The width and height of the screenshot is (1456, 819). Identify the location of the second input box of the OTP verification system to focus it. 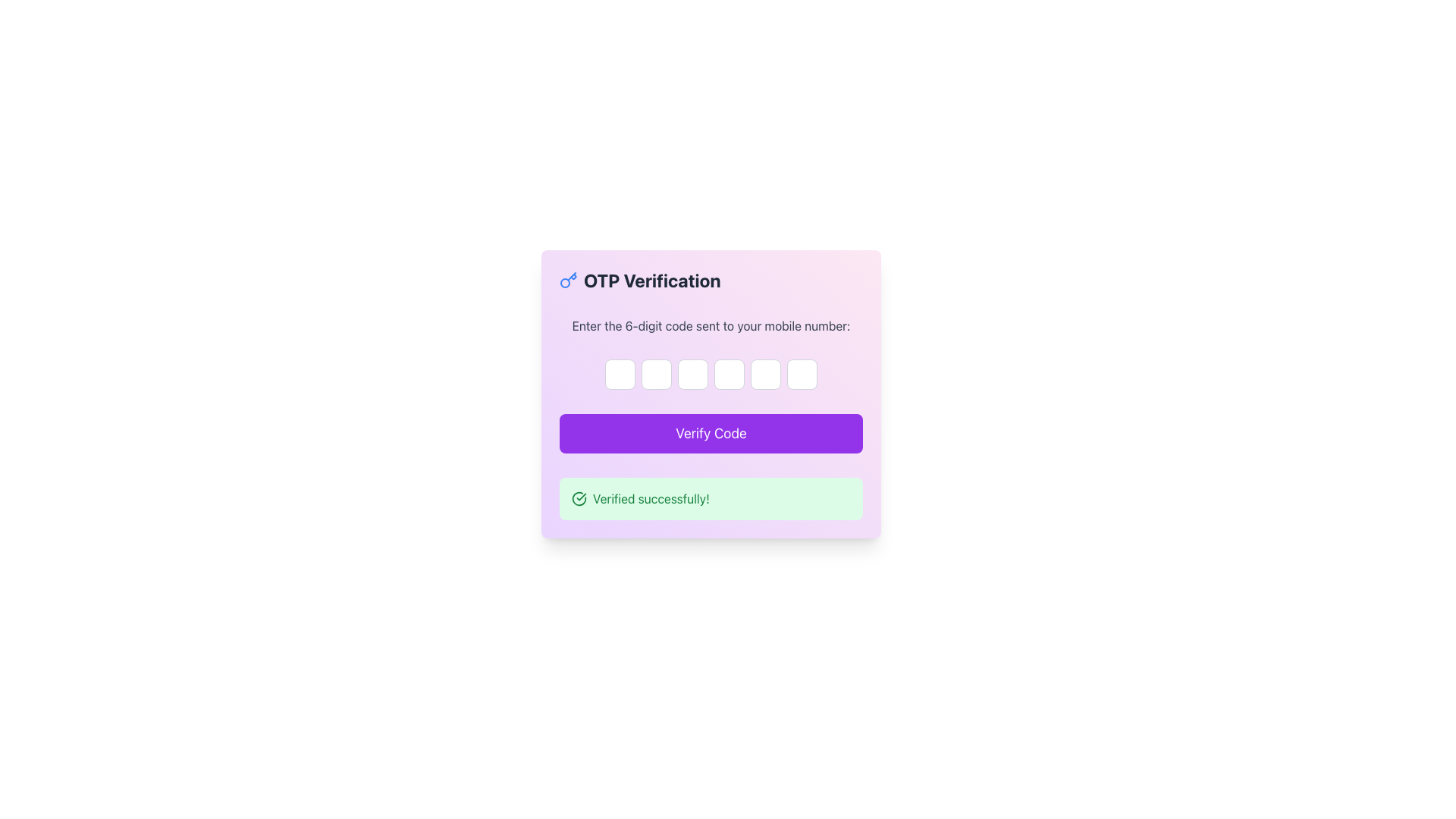
(656, 374).